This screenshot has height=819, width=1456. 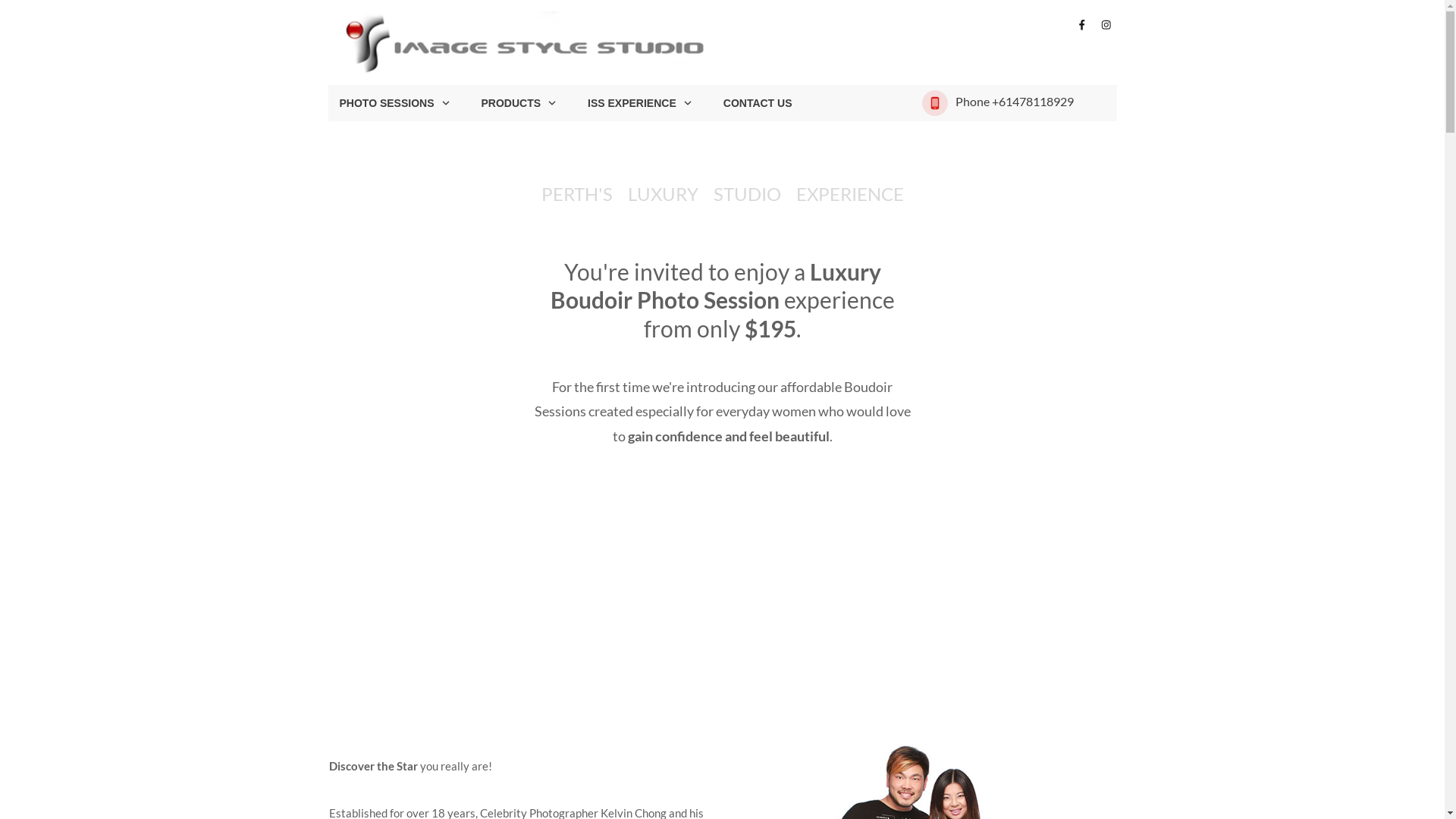 What do you see at coordinates (479, 102) in the screenshot?
I see `'PRODUCTS'` at bounding box center [479, 102].